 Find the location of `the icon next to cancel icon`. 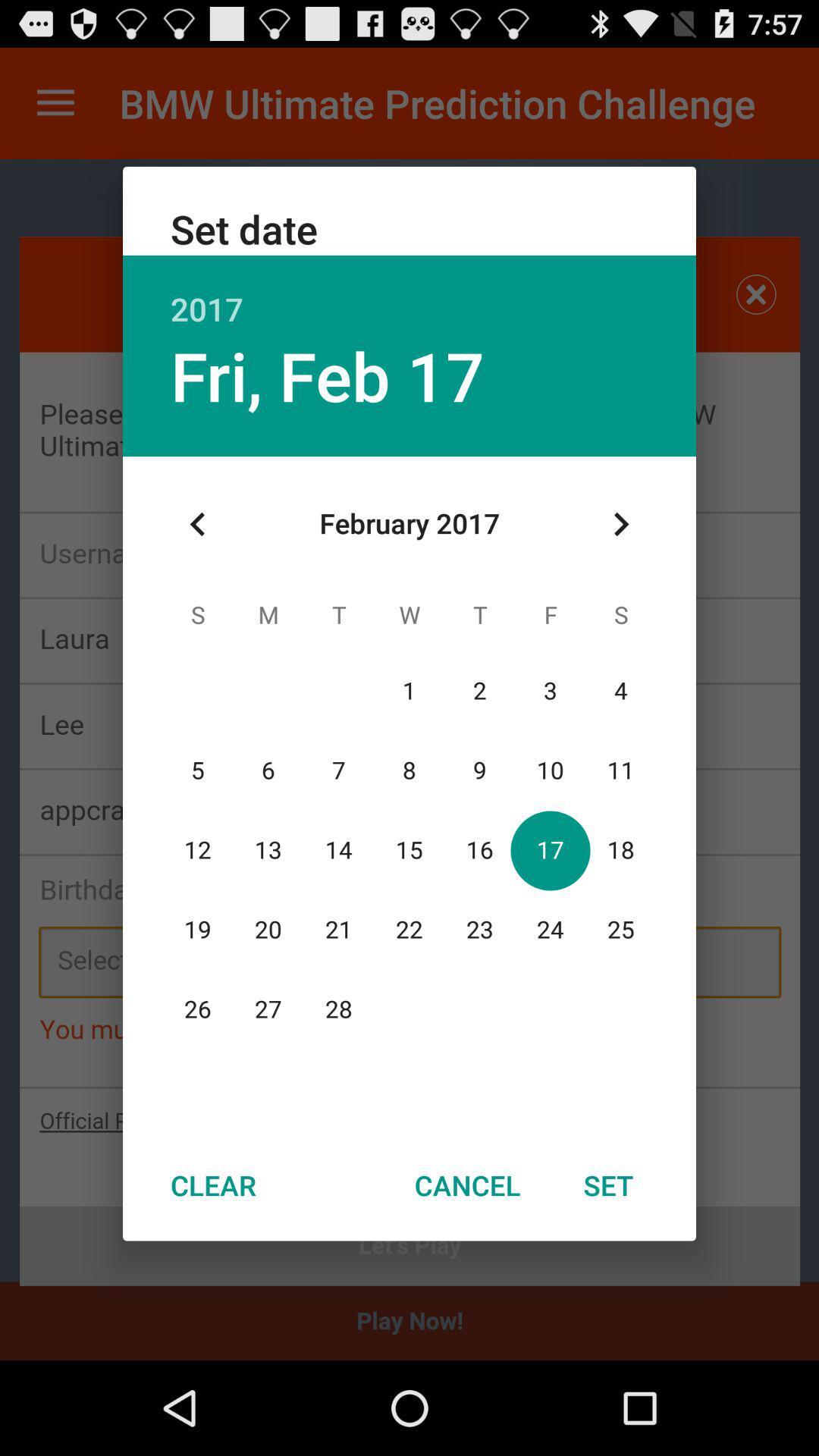

the icon next to cancel icon is located at coordinates (213, 1185).